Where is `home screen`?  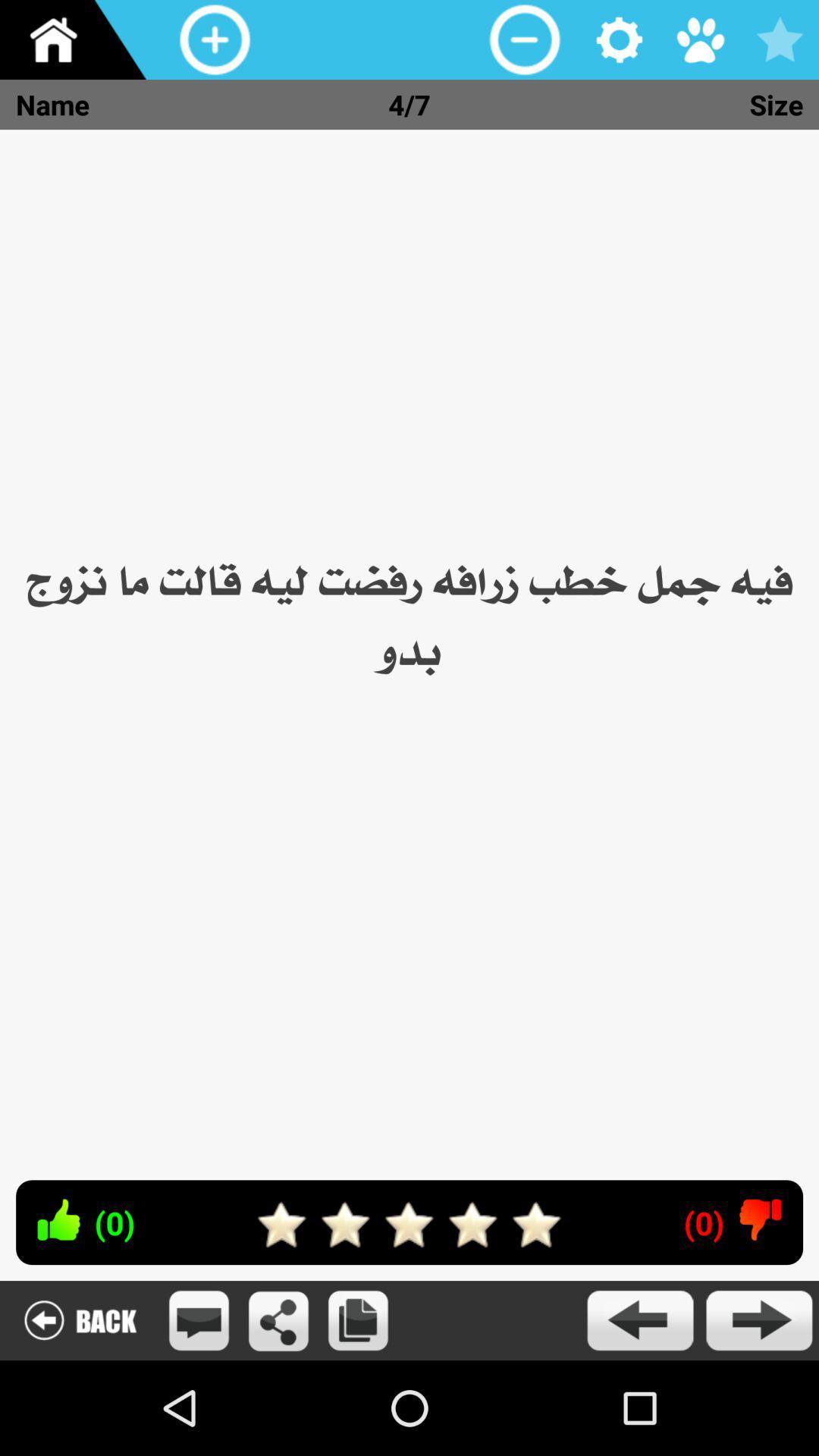 home screen is located at coordinates (79, 39).